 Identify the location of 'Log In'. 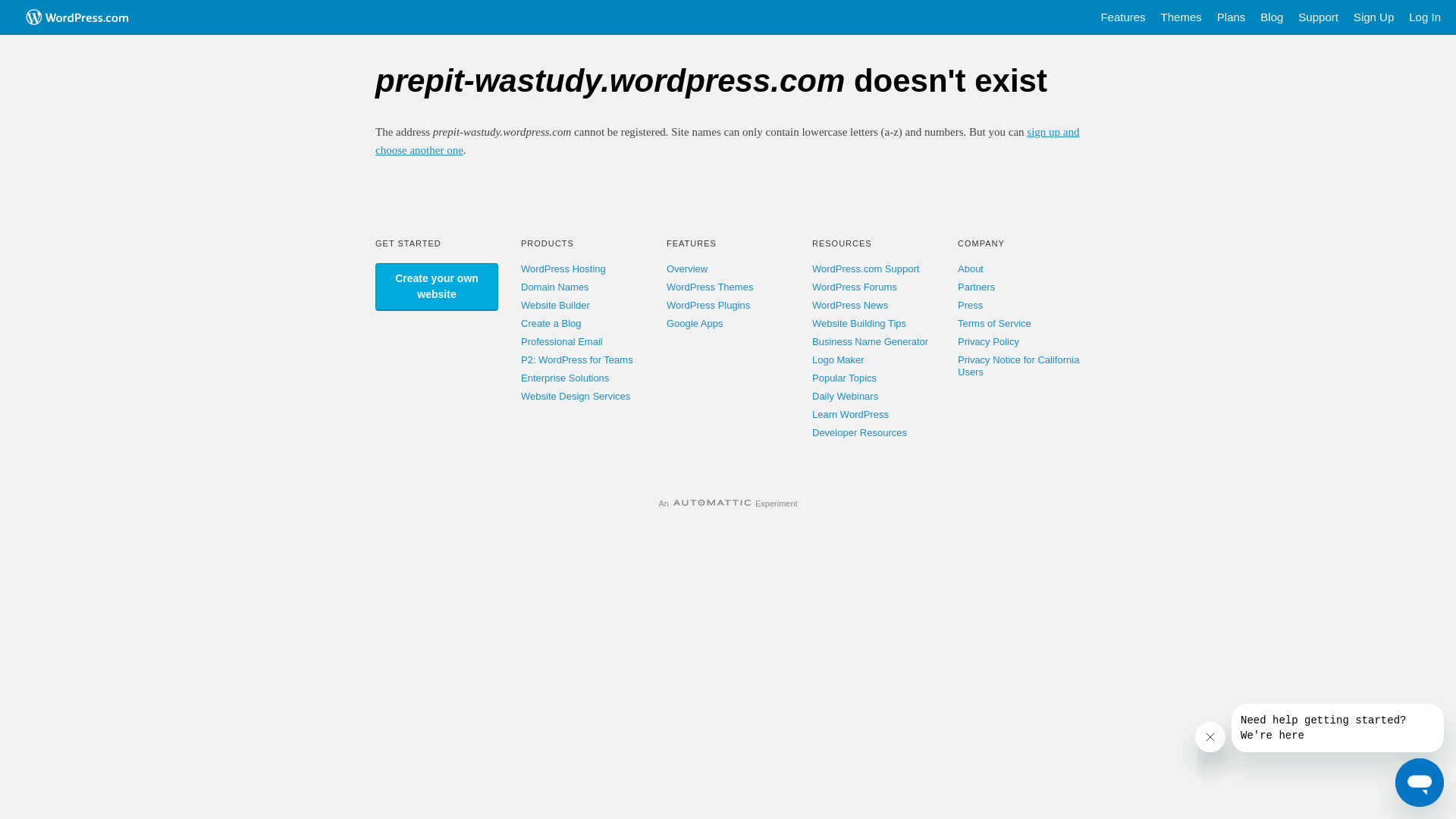
(1423, 17).